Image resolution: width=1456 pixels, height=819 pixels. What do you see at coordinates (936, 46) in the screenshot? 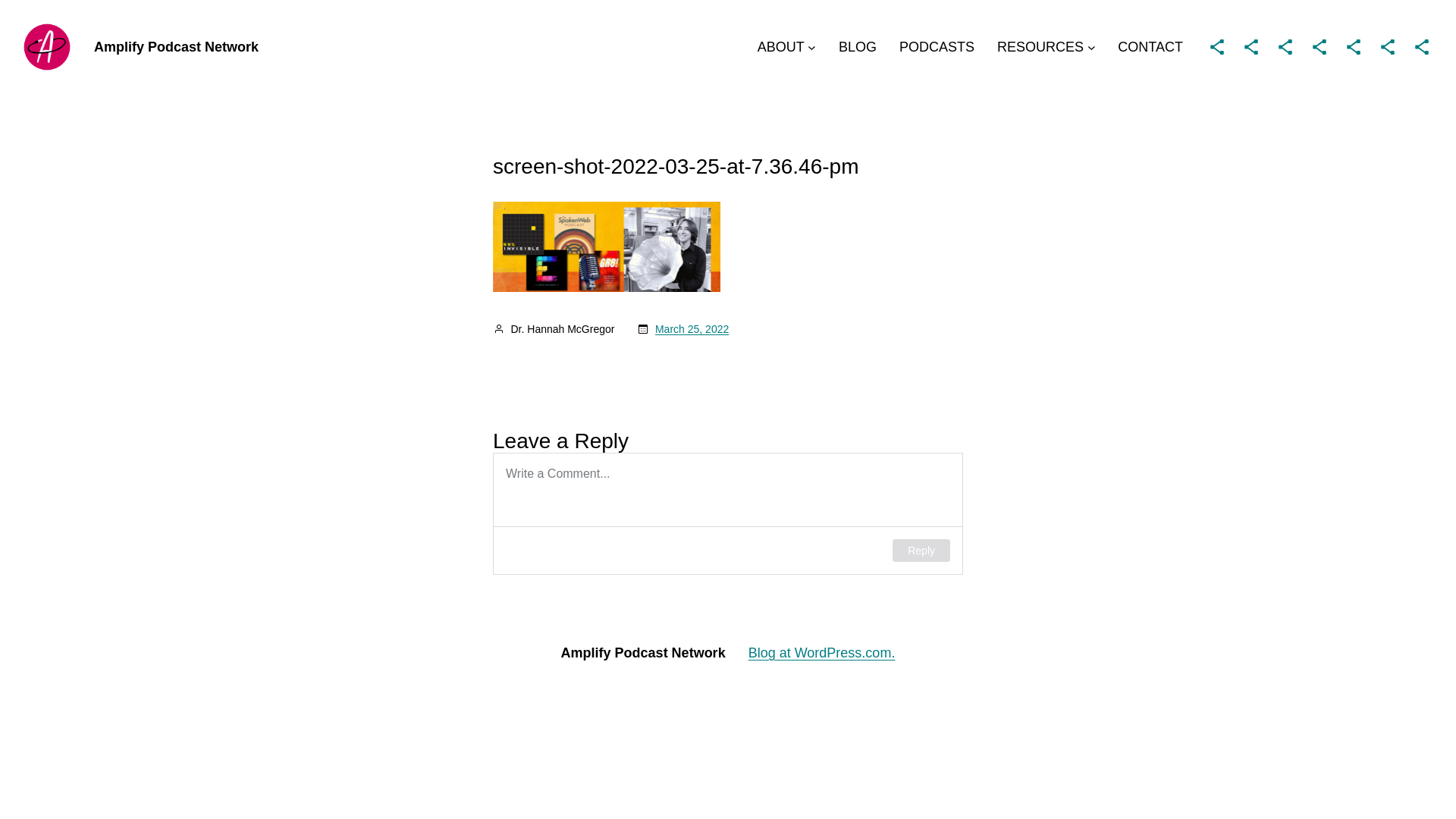
I see `'PODCASTS'` at bounding box center [936, 46].